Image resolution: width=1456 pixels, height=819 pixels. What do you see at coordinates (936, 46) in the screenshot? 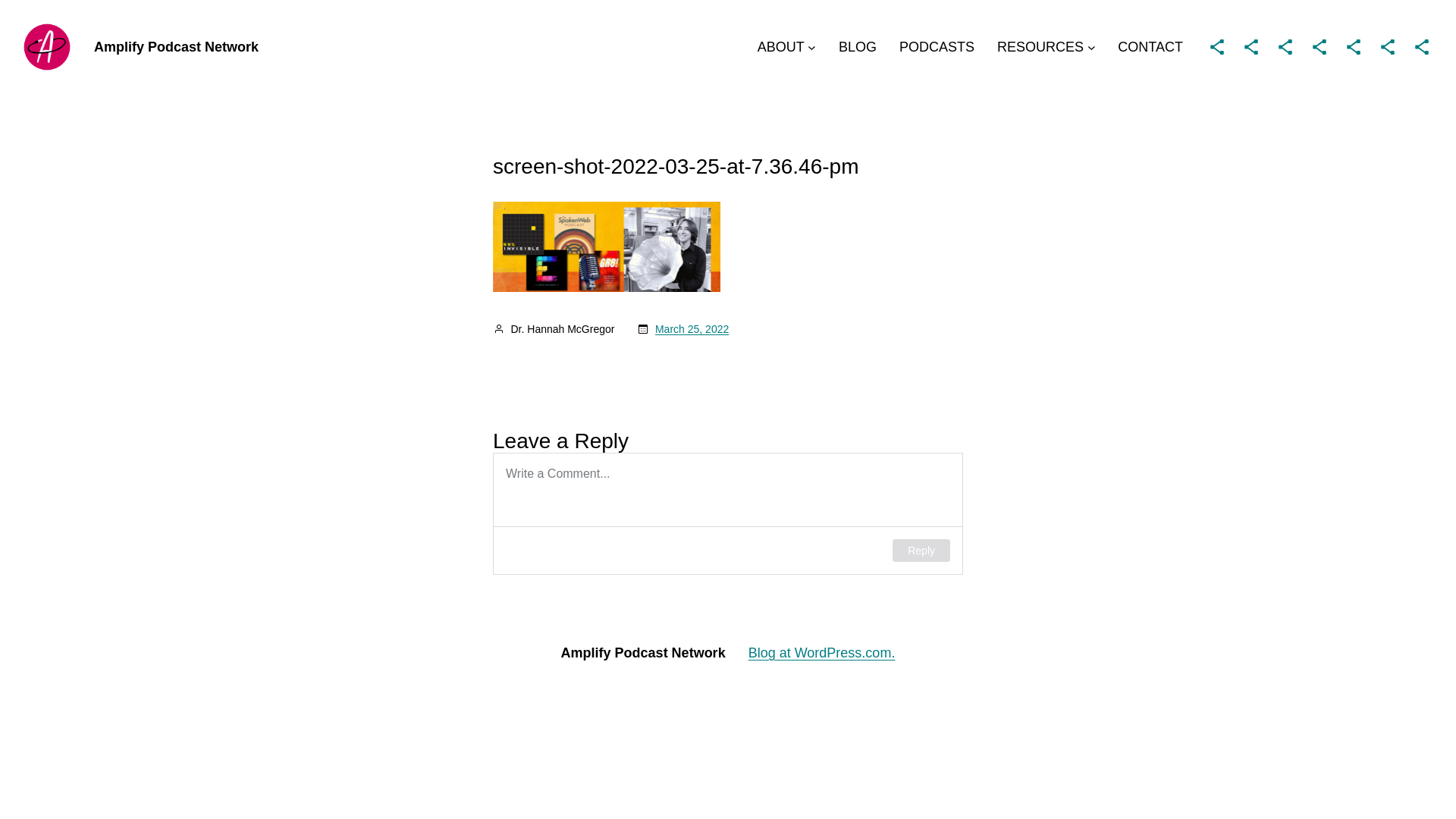
I see `'PODCASTS'` at bounding box center [936, 46].